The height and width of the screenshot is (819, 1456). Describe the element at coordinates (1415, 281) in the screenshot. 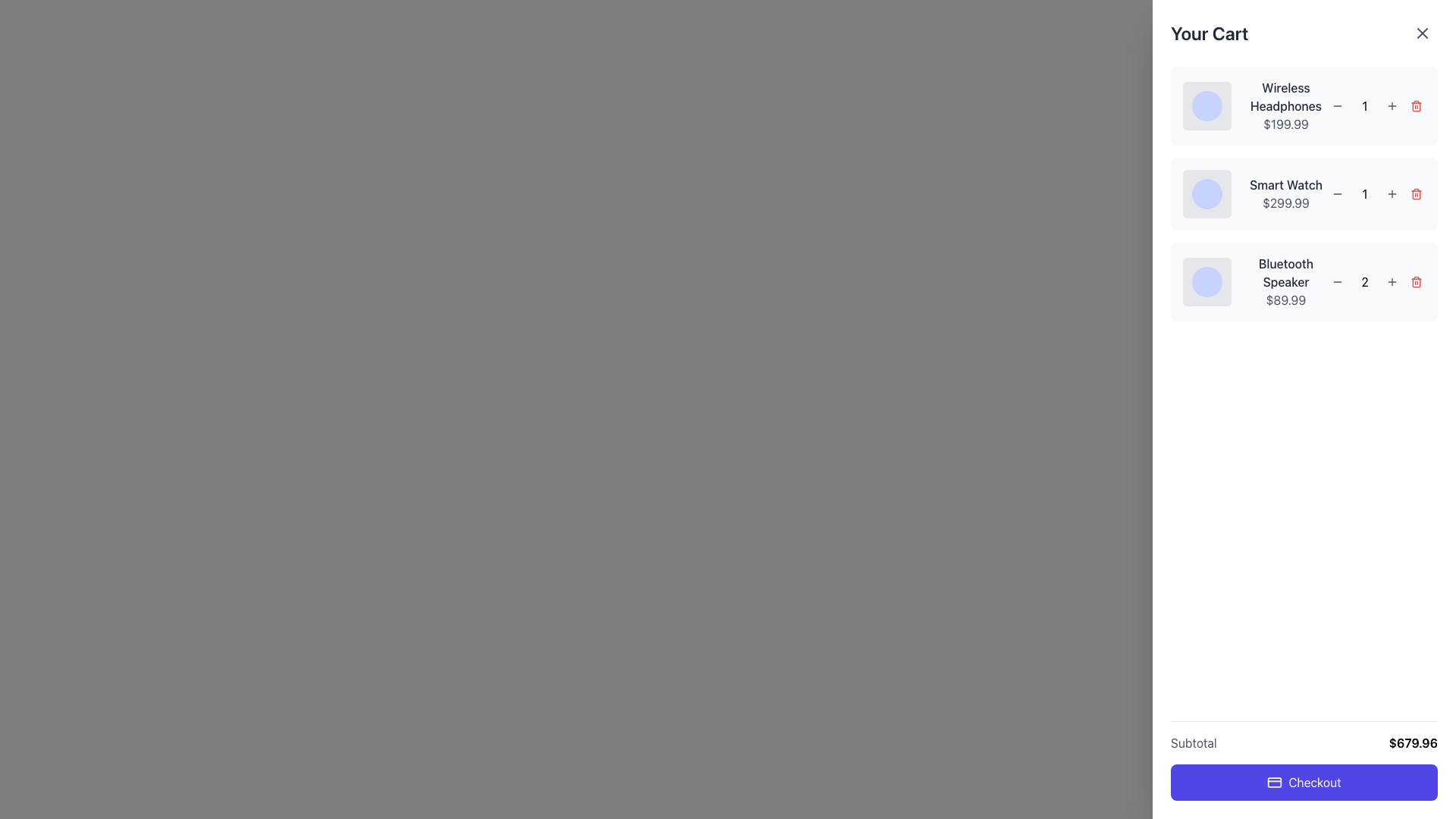

I see `the button at the far right of the row corresponding to the 'Bluetooth Speaker' item in the shopping cart` at that location.